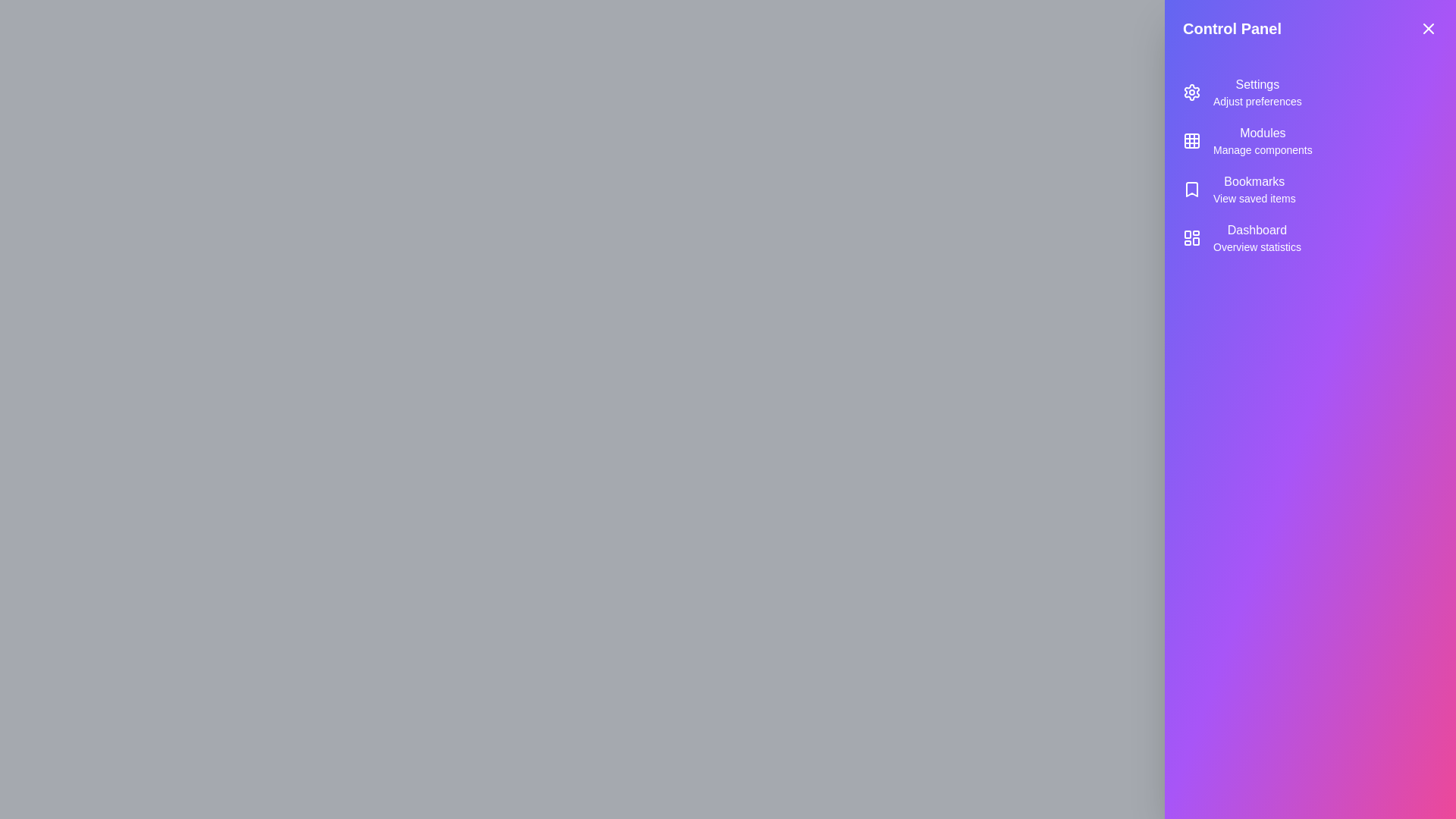 The image size is (1456, 819). What do you see at coordinates (1191, 140) in the screenshot?
I see `the grid icon representing the 'Modules' section, located to the left of the 'Modules' text entry in the Control Panel interface` at bounding box center [1191, 140].